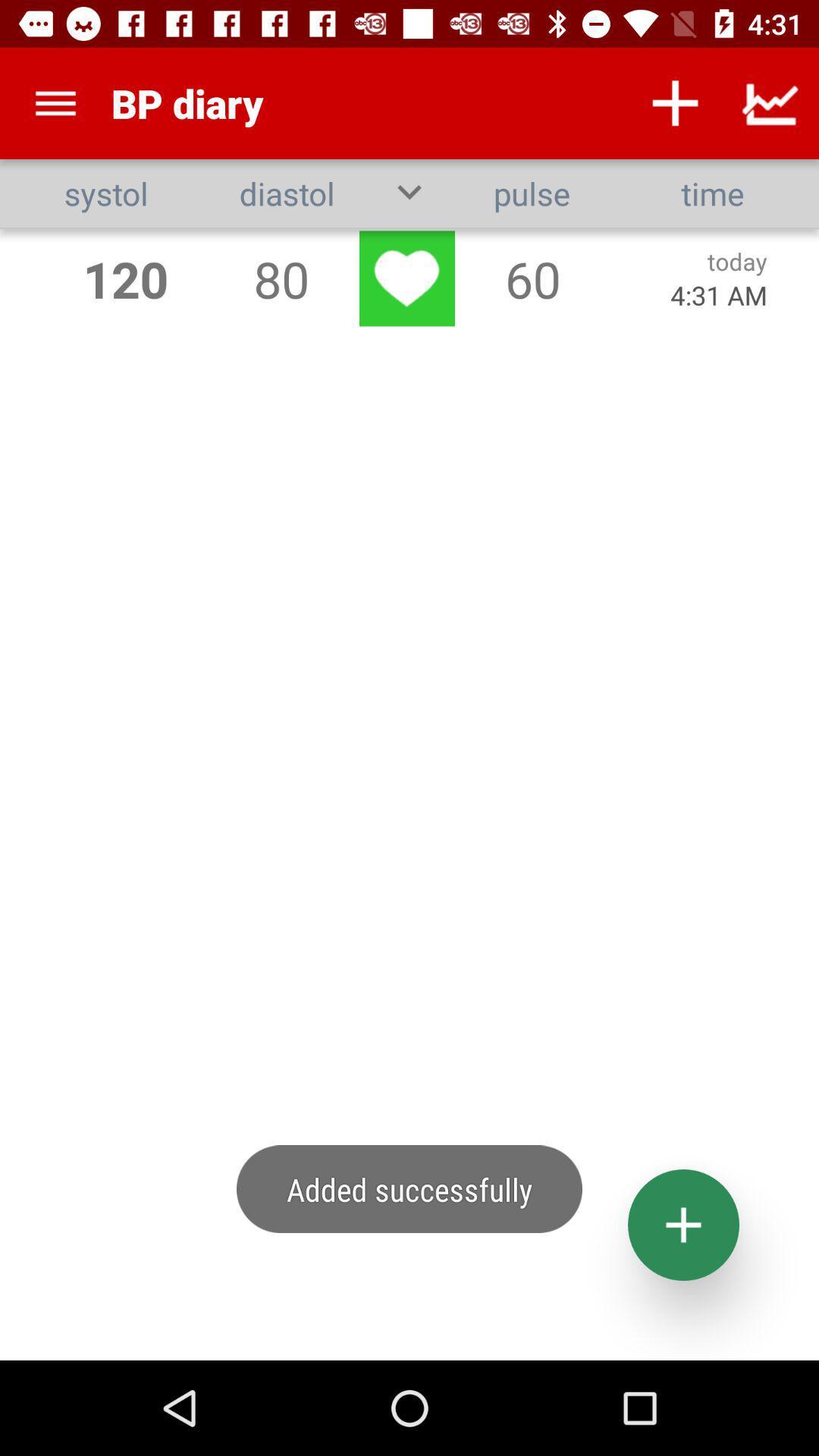 The image size is (819, 1456). Describe the element at coordinates (675, 102) in the screenshot. I see `the app next to bp diary item` at that location.